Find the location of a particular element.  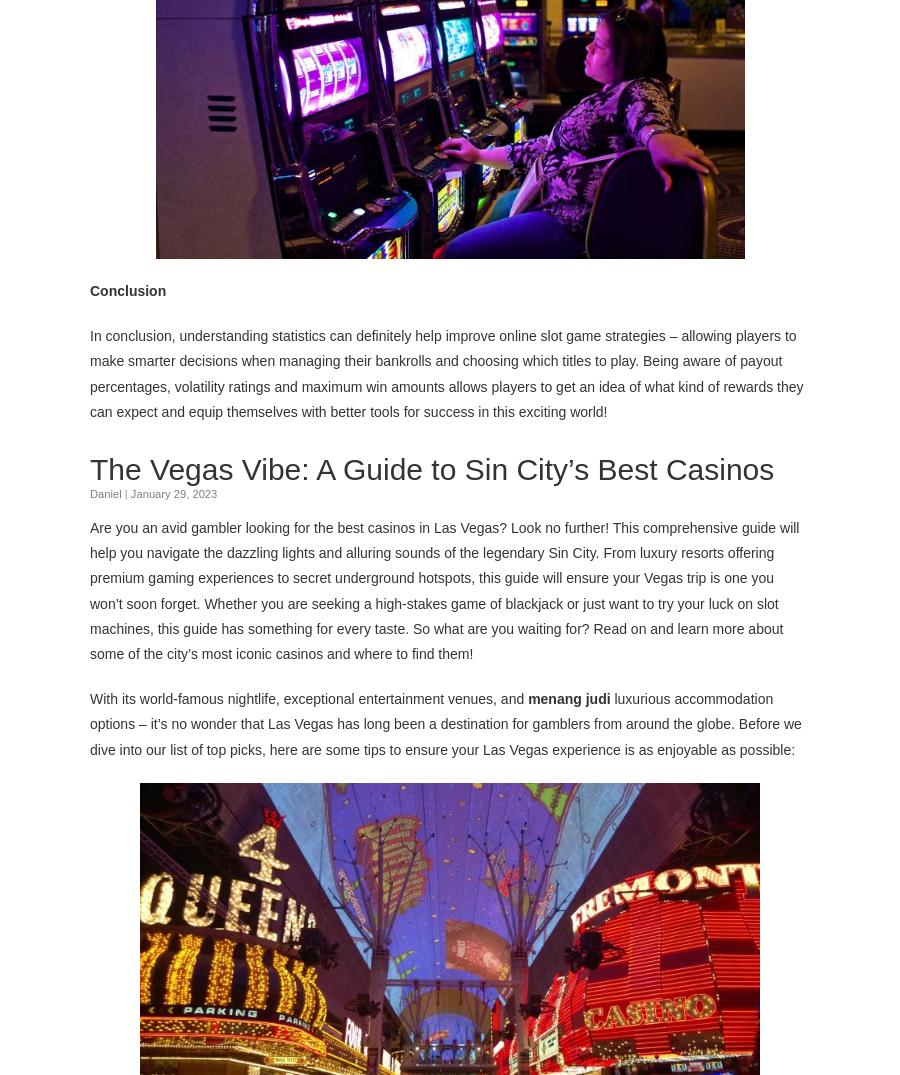

'With its world-famous nightlife, exceptional entertainment venues, and' is located at coordinates (307, 696).